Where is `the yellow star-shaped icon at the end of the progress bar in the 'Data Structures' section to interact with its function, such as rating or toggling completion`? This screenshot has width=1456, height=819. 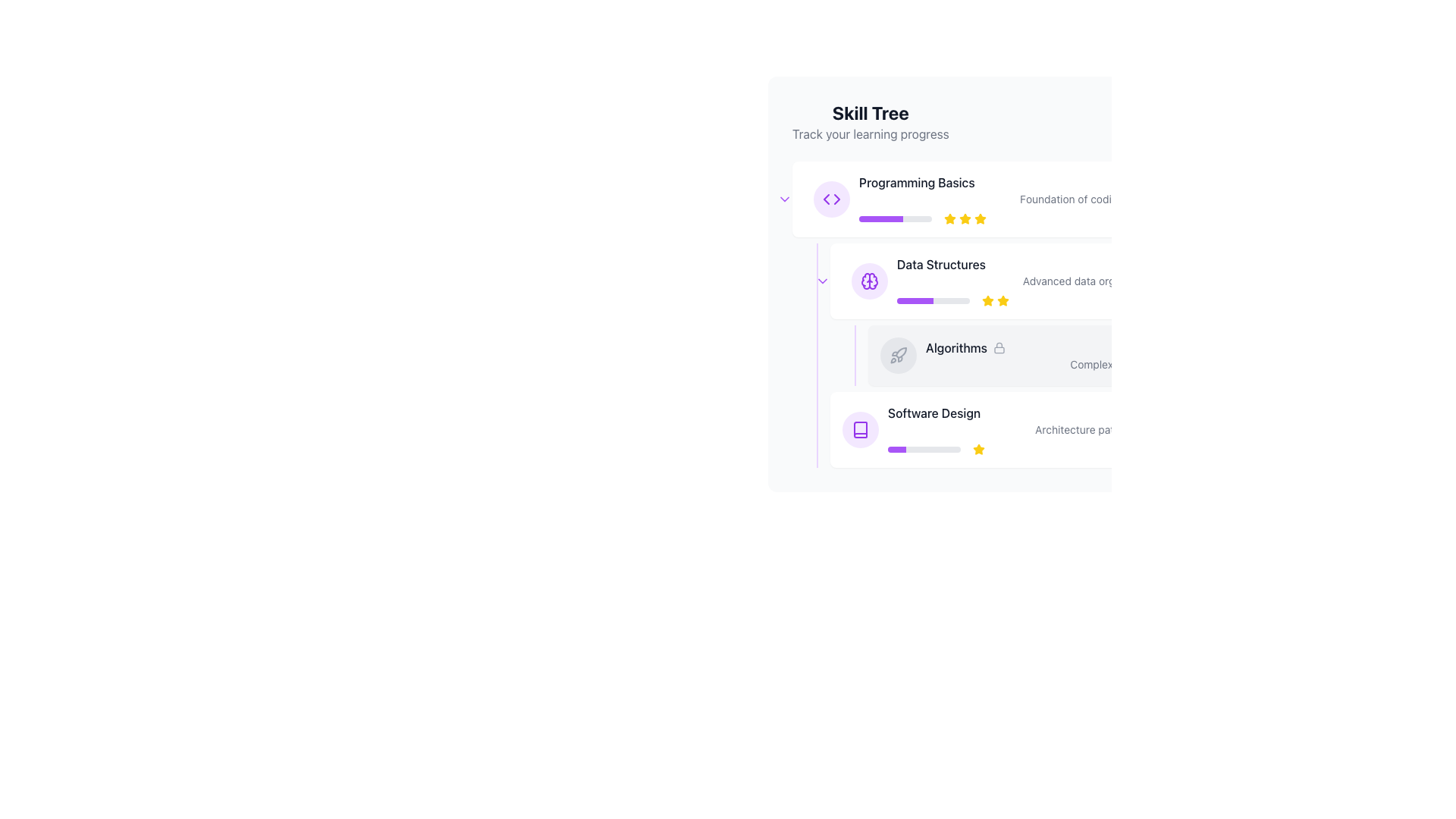
the yellow star-shaped icon at the end of the progress bar in the 'Data Structures' section to interact with its function, such as rating or toggling completion is located at coordinates (987, 300).